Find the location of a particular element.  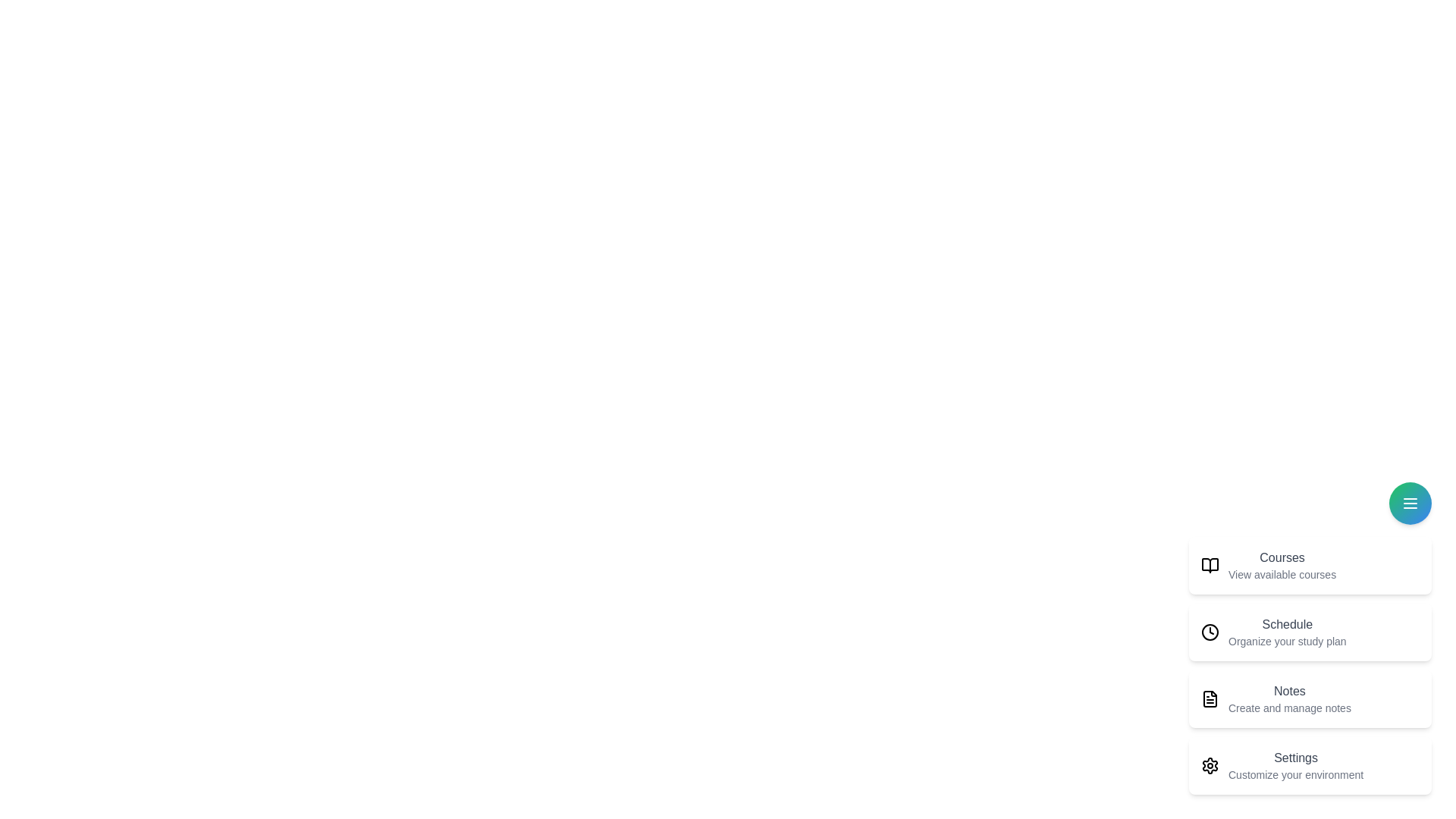

the menu item Schedule in the speed dial is located at coordinates (1310, 632).